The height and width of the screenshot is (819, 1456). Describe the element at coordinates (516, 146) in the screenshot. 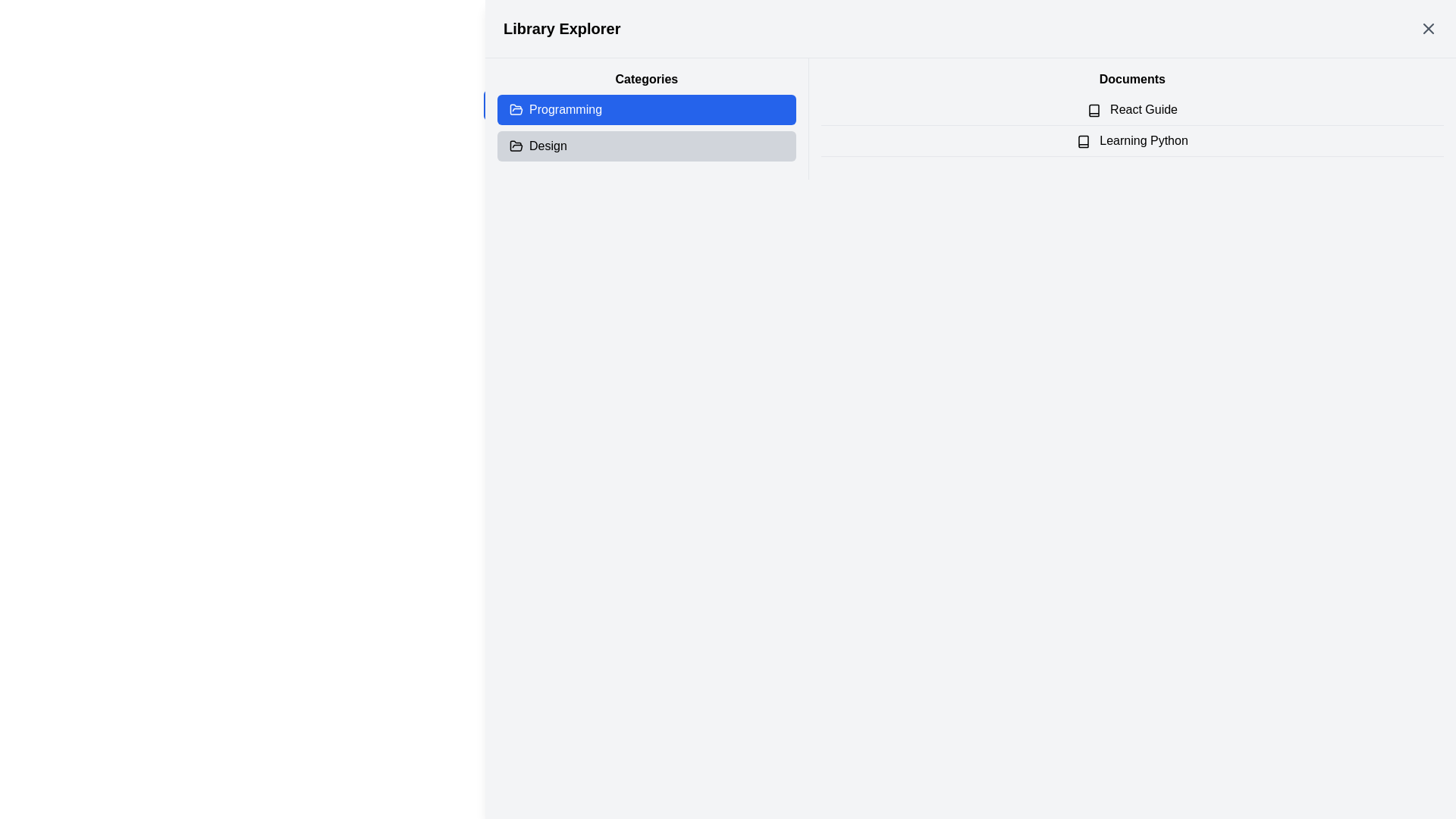

I see `the folder icon that is part of the 'Design' menu item, located in the left panel under the 'Categories' header` at that location.